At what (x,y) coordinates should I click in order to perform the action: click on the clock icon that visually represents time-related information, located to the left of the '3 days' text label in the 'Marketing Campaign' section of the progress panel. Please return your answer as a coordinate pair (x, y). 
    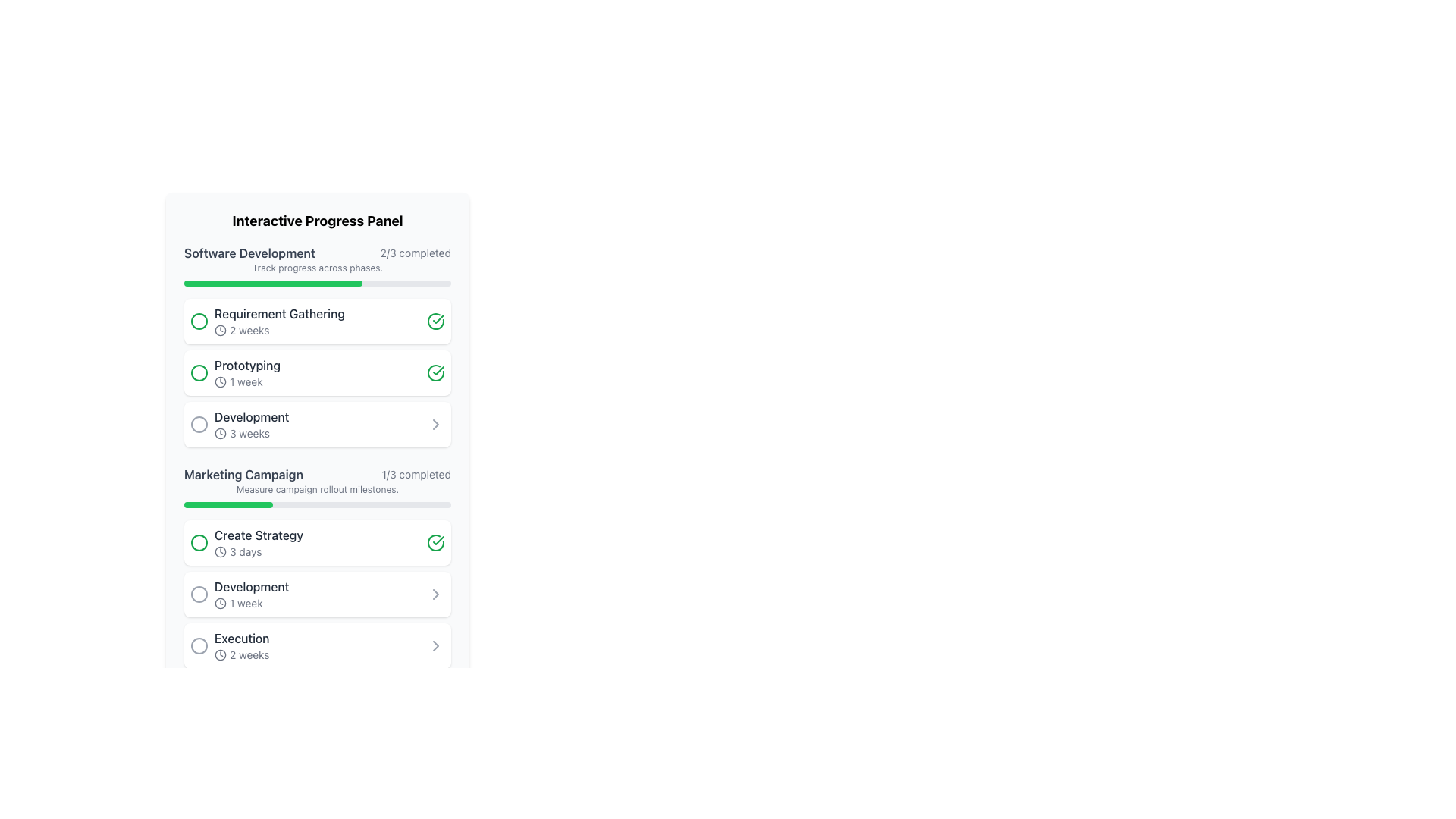
    Looking at the image, I should click on (220, 552).